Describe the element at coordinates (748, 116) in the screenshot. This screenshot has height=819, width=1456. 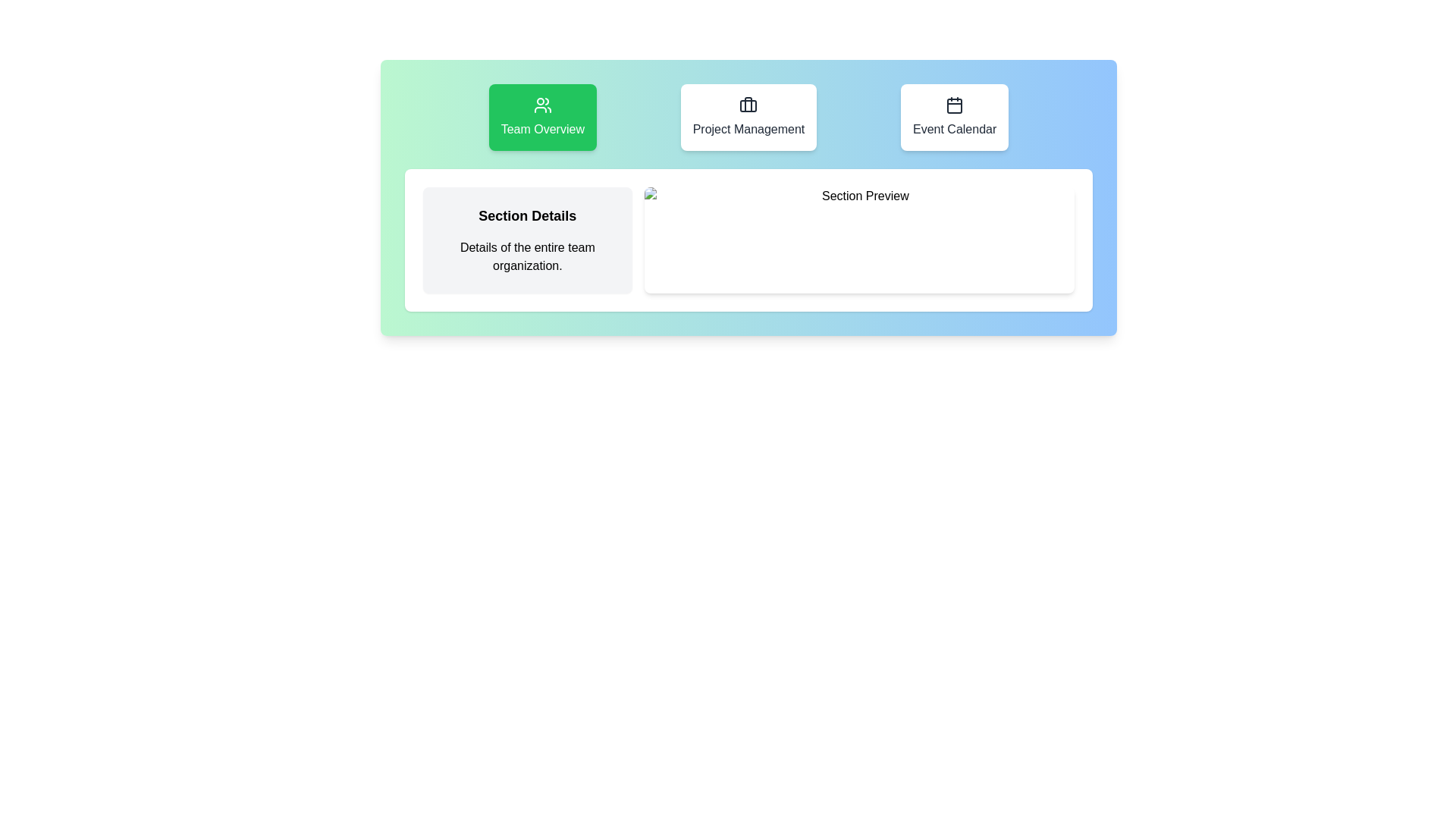
I see `the second button in the row` at that location.